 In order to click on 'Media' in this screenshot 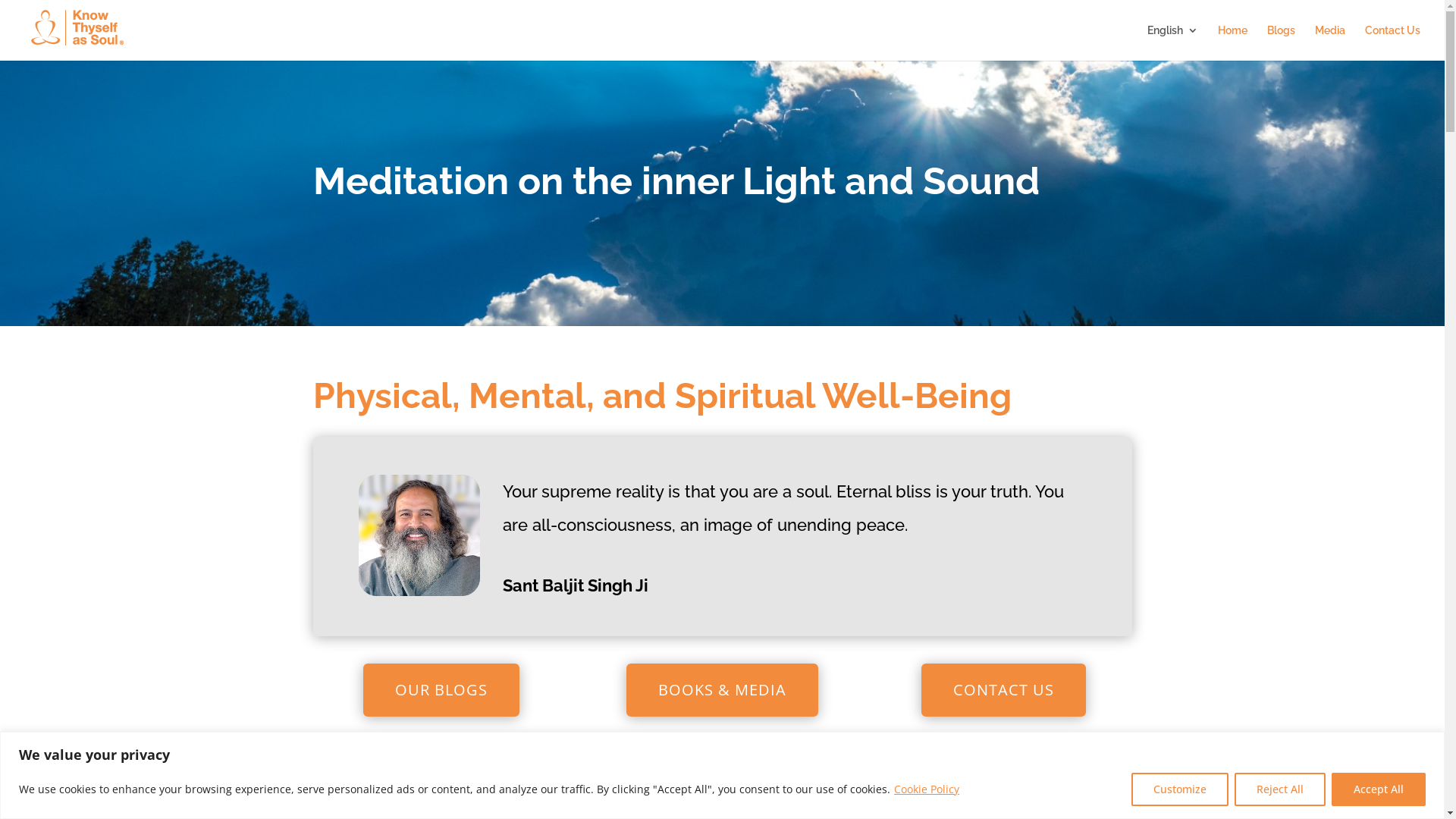, I will do `click(1329, 42)`.